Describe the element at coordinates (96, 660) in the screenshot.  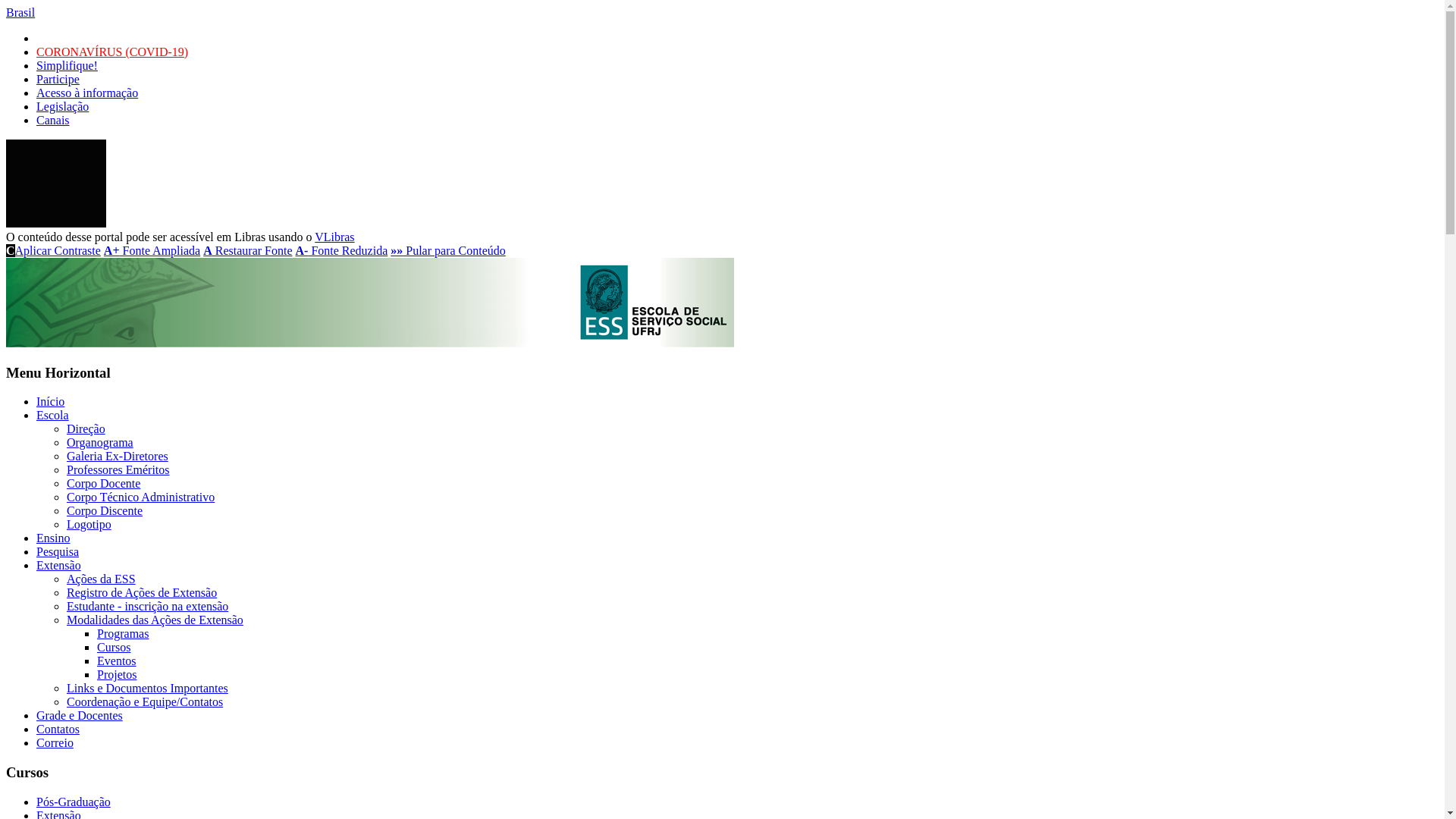
I see `'Eventos'` at that location.